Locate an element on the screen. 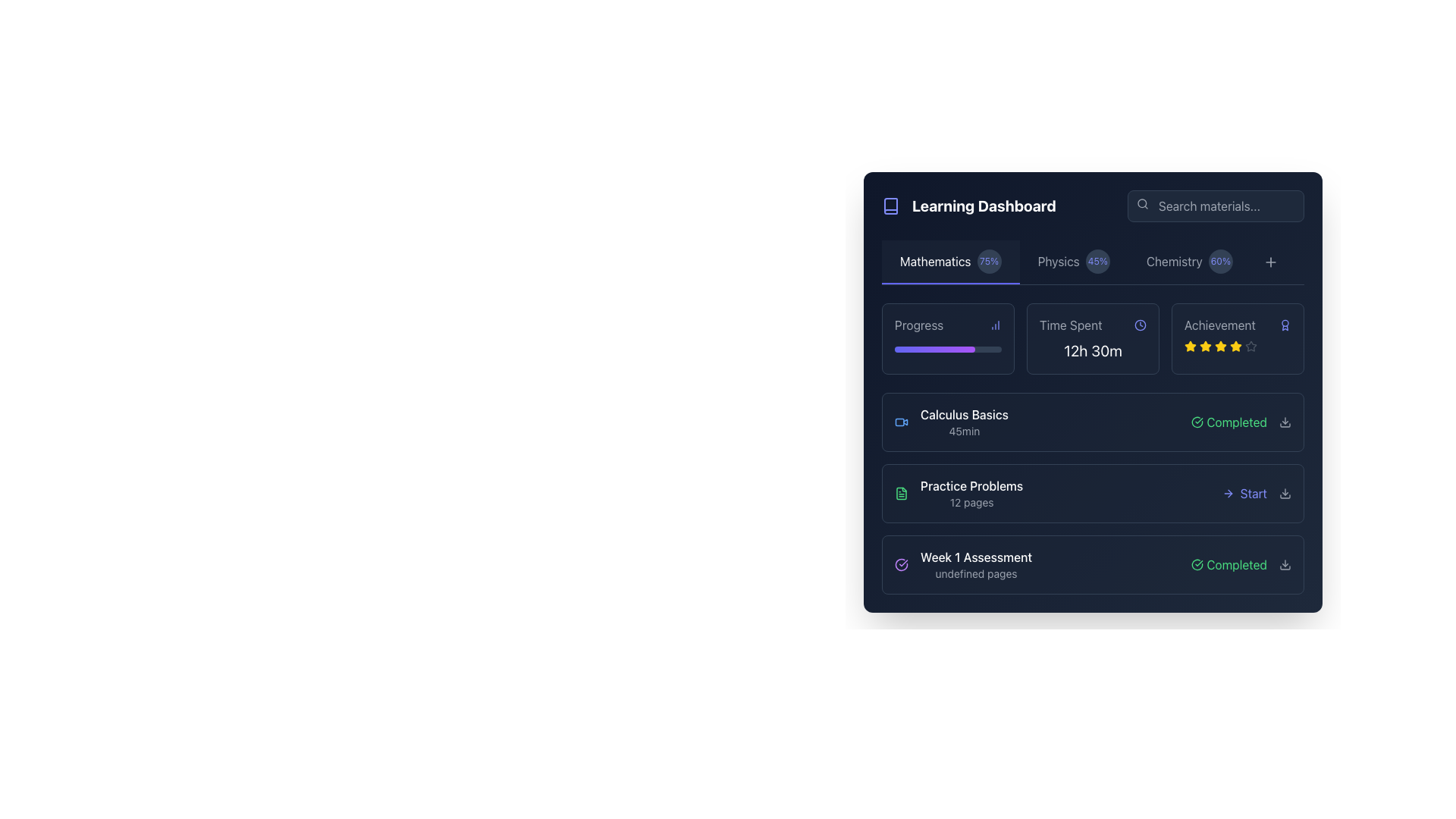  the icon that represents the 'Learning Dashboard' section, located to the left of the bold title text 'Learning Dashboard' is located at coordinates (891, 206).